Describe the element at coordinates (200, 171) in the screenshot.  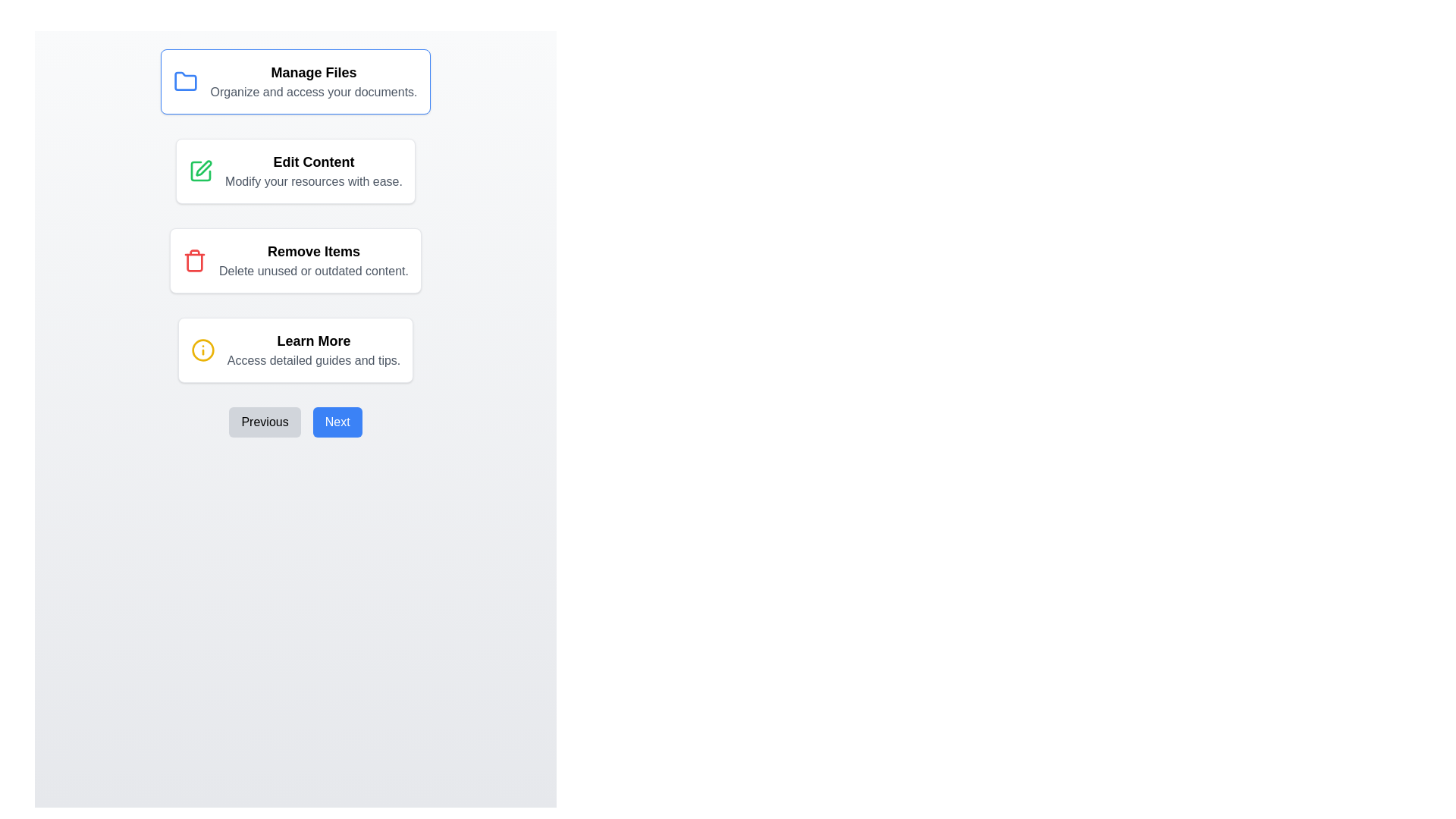
I see `the editing icon located in the 'Edit Content' section` at that location.